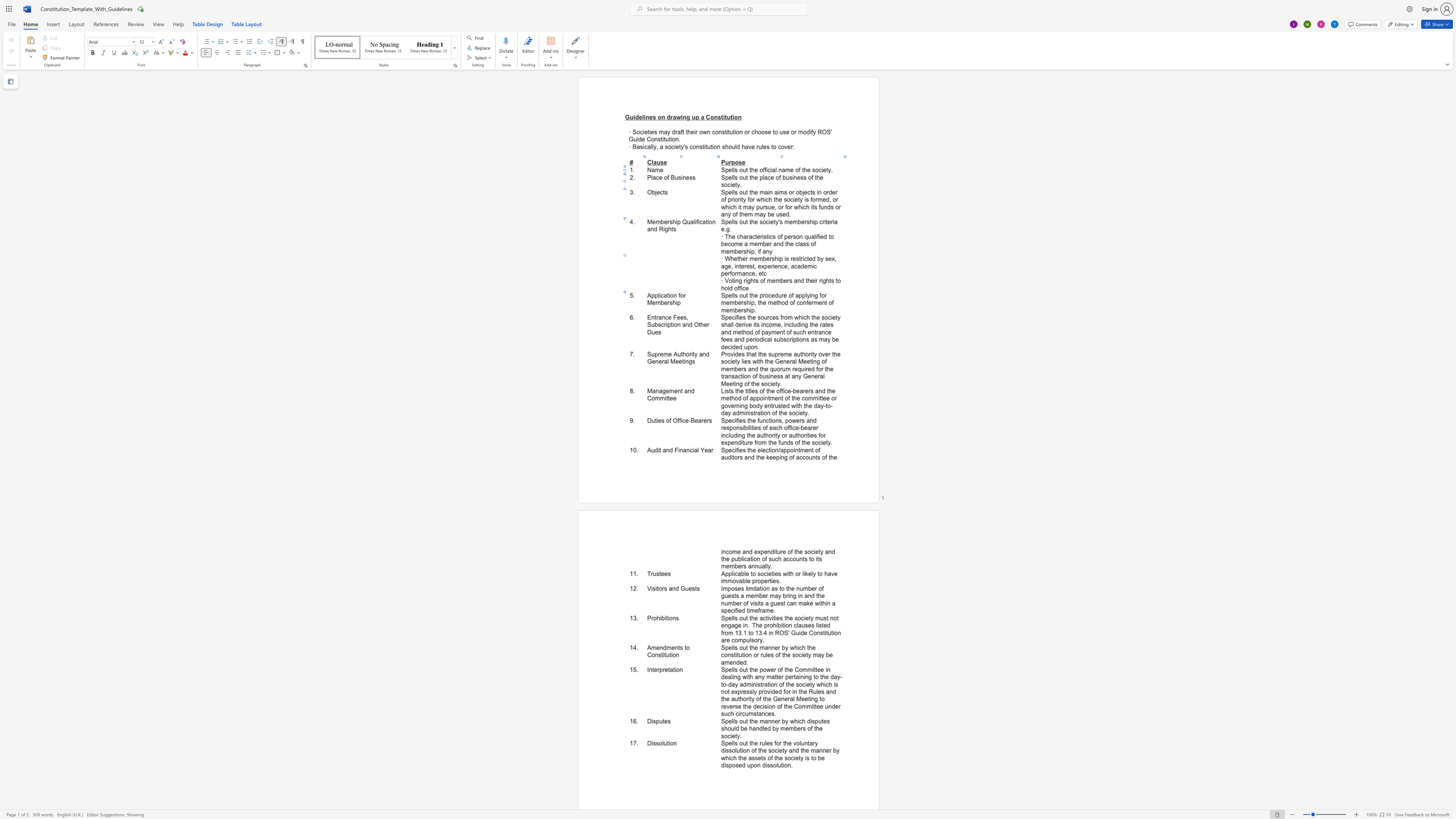  Describe the element at coordinates (704, 324) in the screenshot. I see `the 4th character "e" in the text` at that location.